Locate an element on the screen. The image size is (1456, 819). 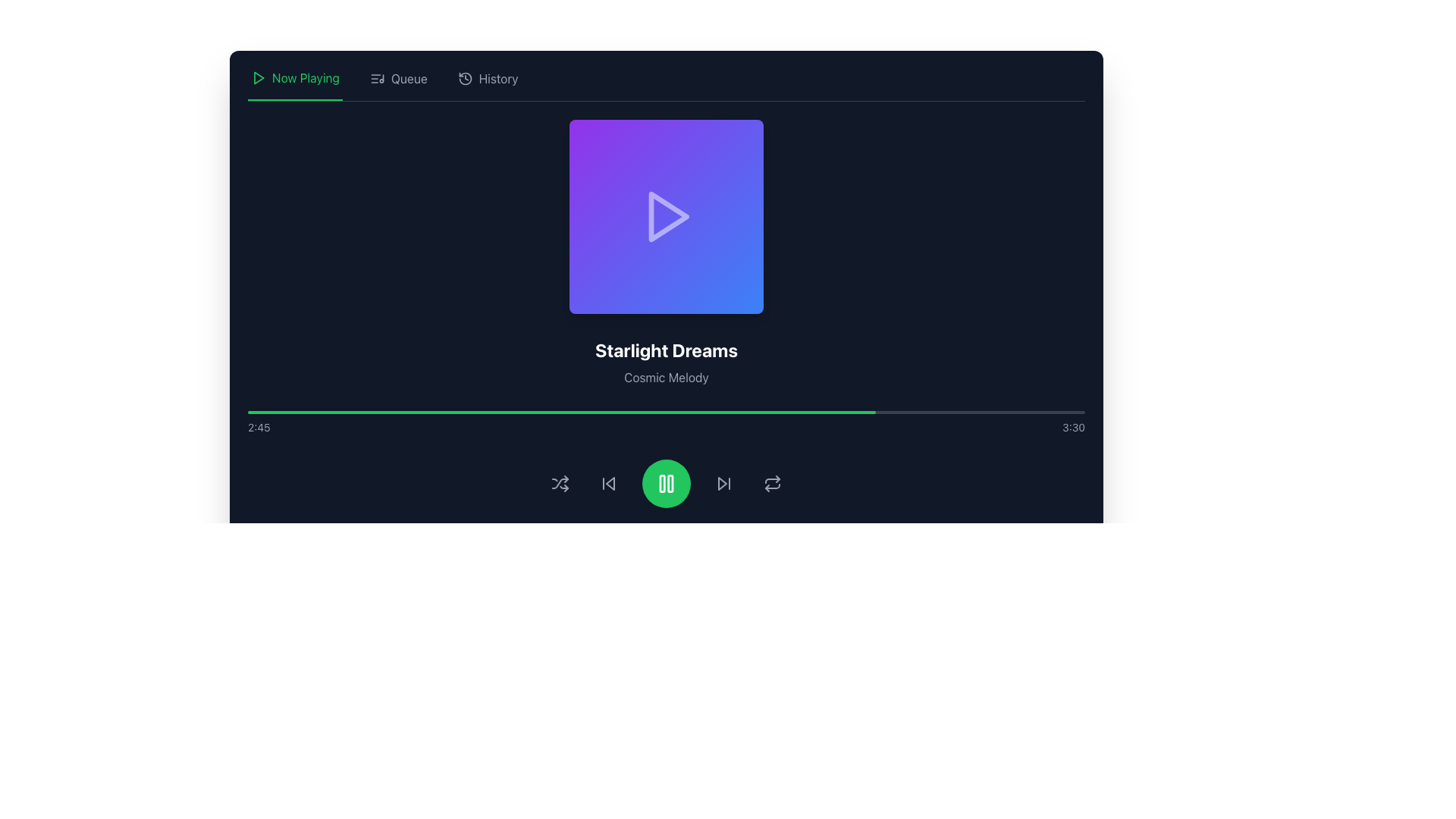
the navigation menu item for 'Queue' is located at coordinates (398, 84).